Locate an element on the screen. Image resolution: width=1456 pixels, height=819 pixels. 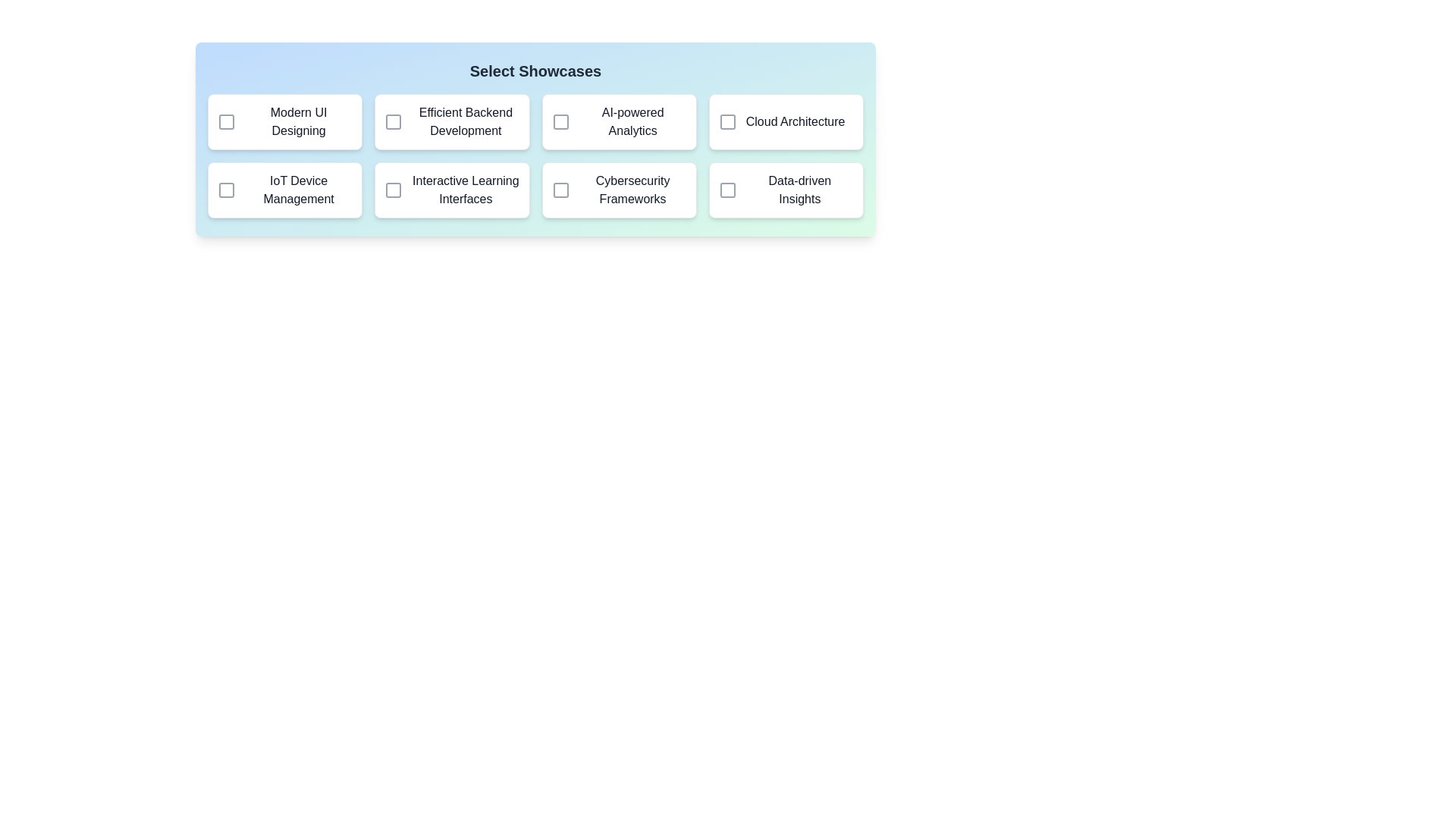
the showcase corresponding to Data-driven Insights is located at coordinates (726, 189).